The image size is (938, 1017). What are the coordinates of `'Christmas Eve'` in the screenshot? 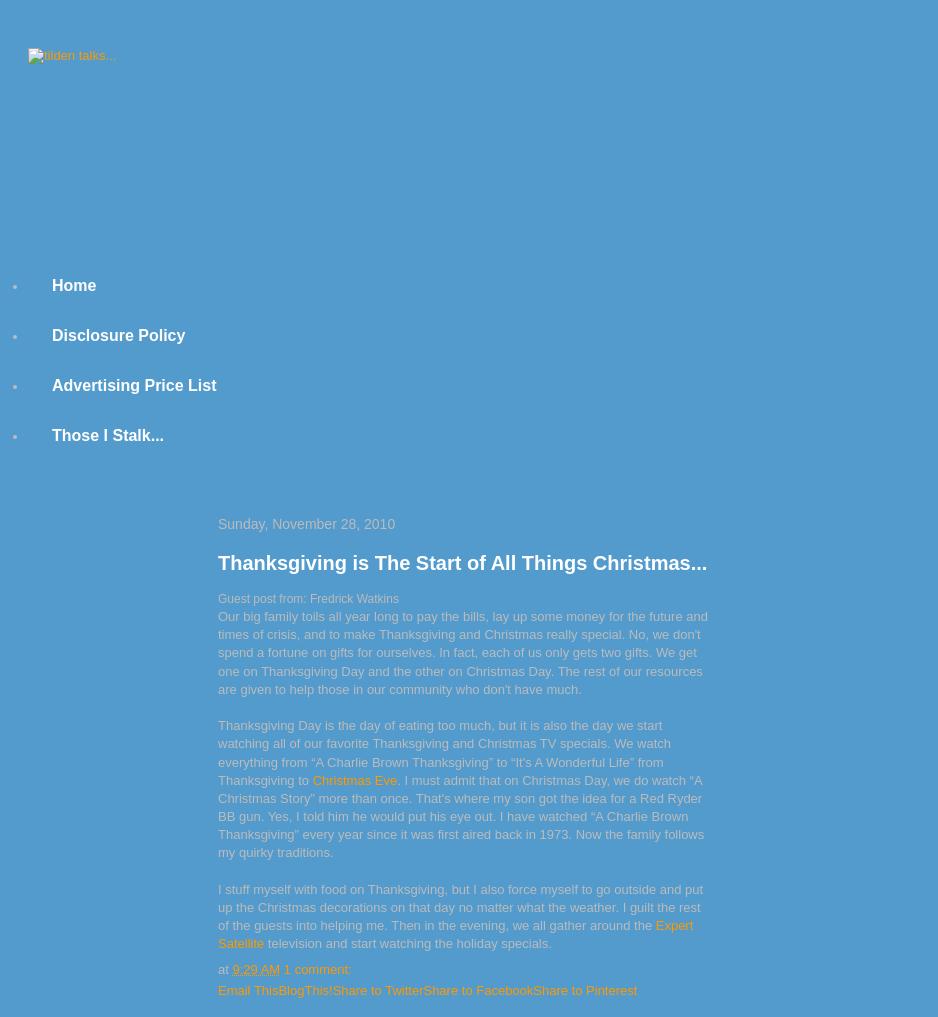 It's located at (354, 779).